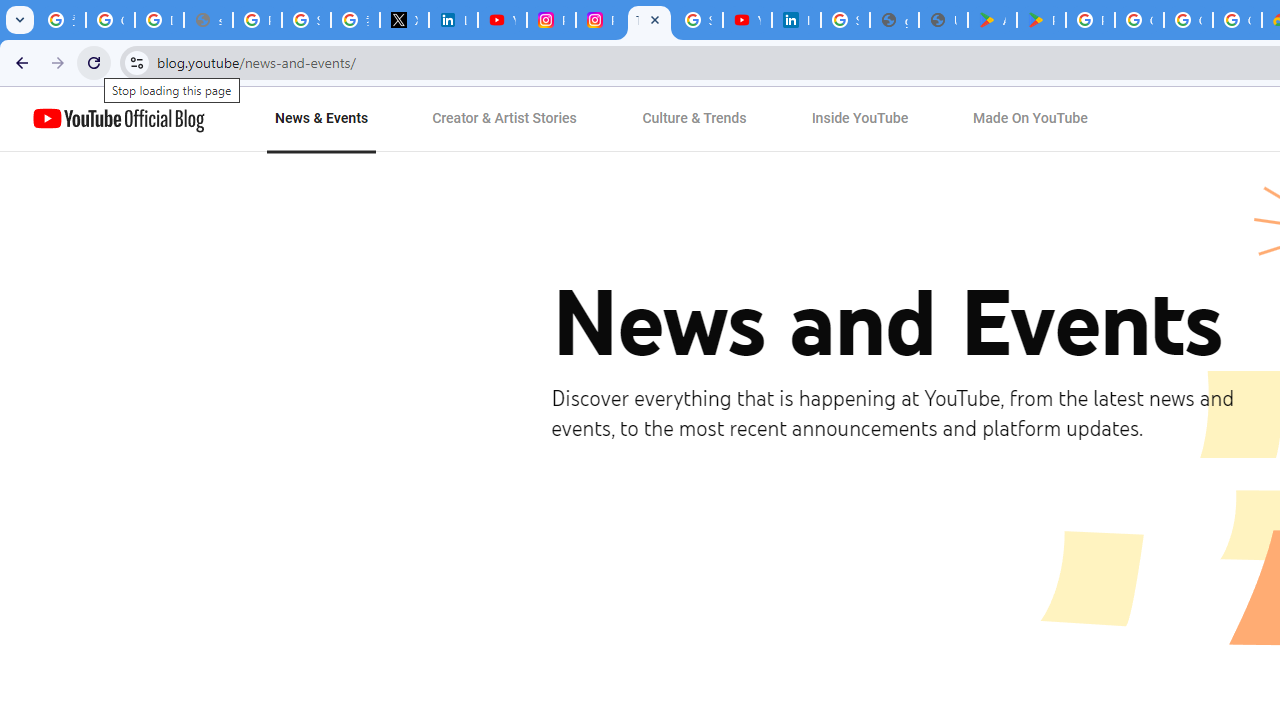 Image resolution: width=1280 pixels, height=720 pixels. I want to click on 'YouTube Content Monetization Policies - How YouTube Works', so click(502, 20).